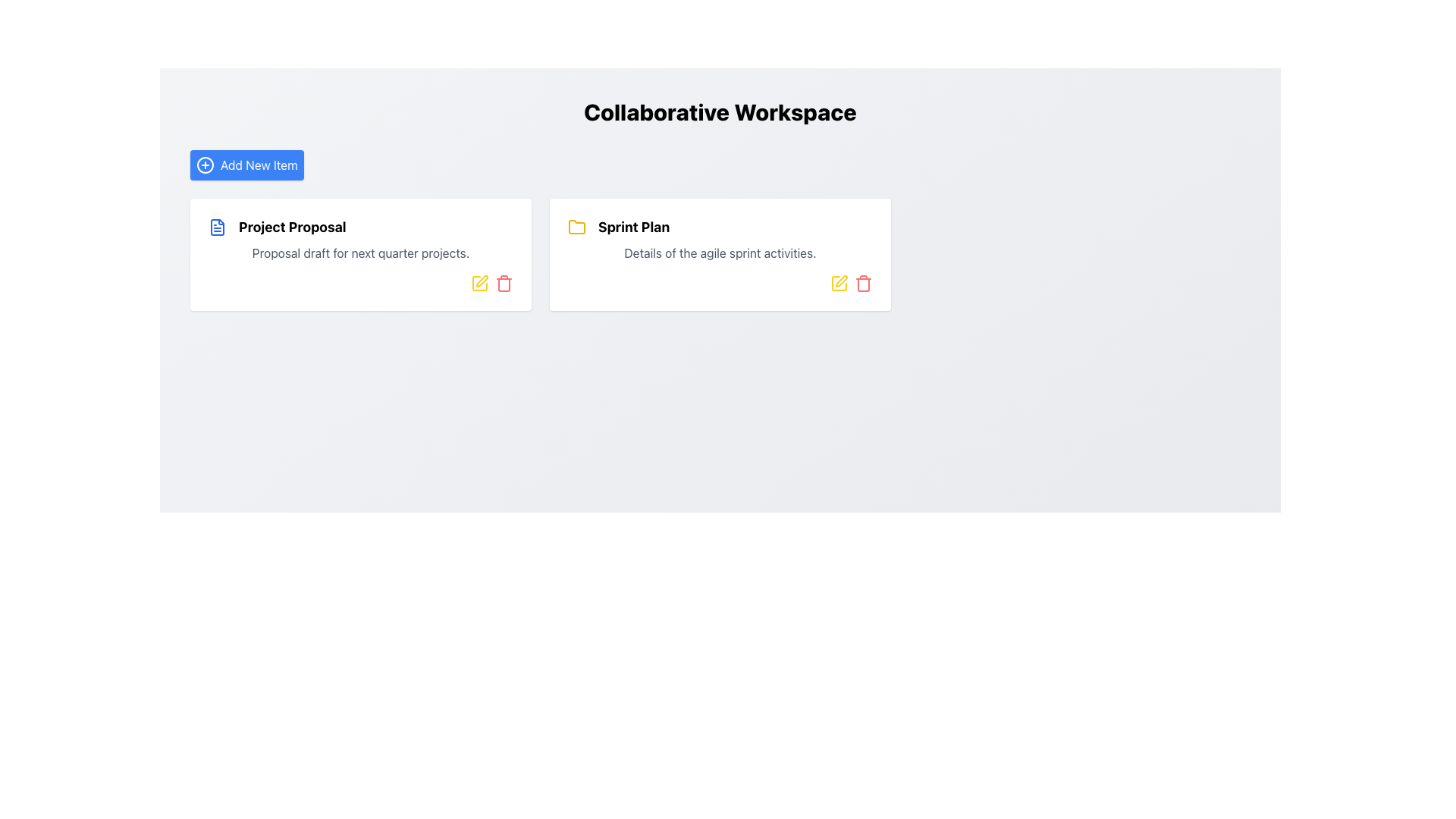 The image size is (1456, 819). Describe the element at coordinates (863, 284) in the screenshot. I see `the red-colored trash bin icon button, located` at that location.